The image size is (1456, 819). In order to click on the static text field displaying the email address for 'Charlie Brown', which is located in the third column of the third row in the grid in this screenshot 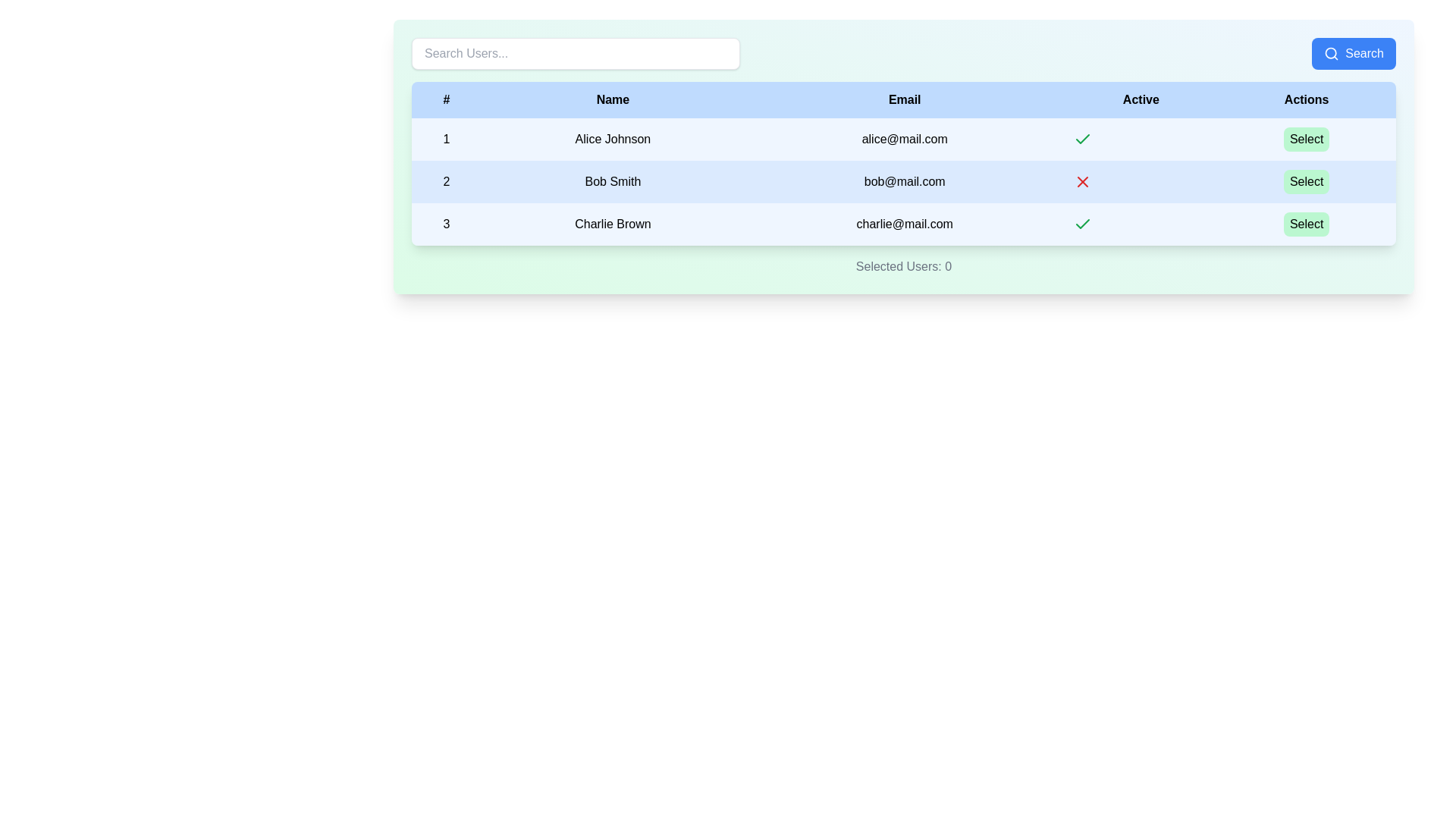, I will do `click(905, 224)`.